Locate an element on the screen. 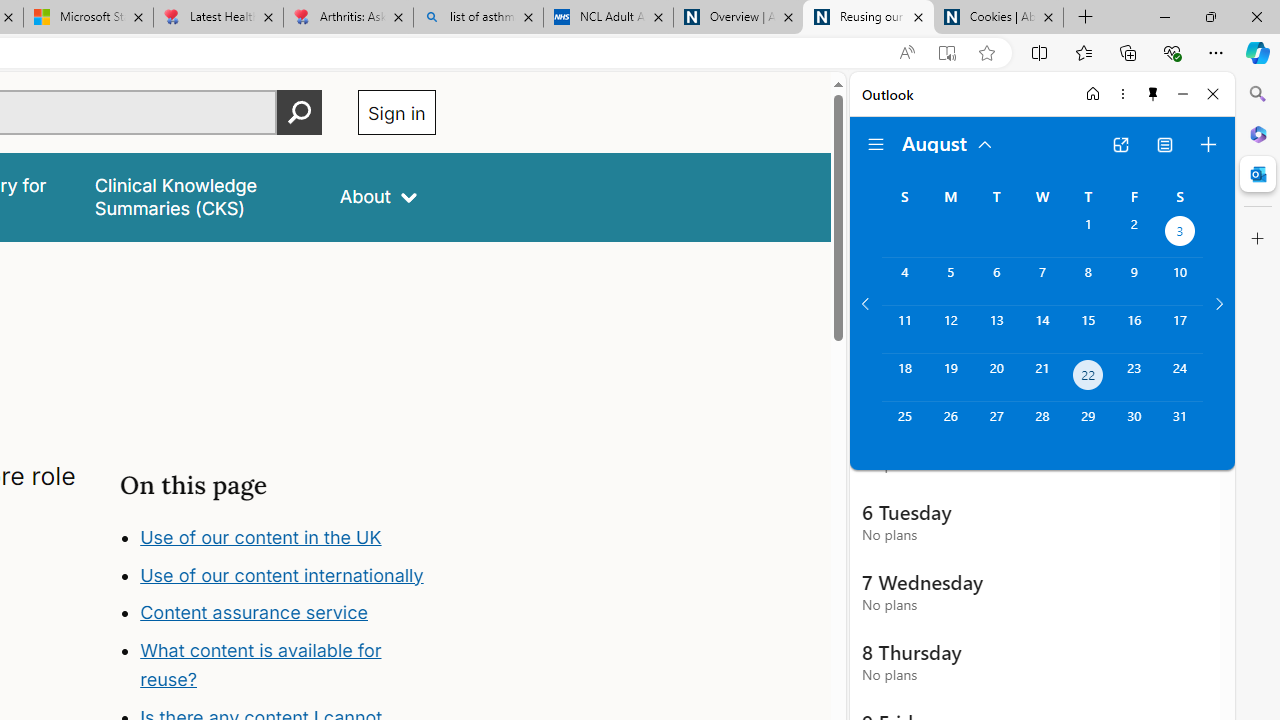 The width and height of the screenshot is (1280, 720). 'Tuesday, August 20, 2024. ' is located at coordinates (996, 377).